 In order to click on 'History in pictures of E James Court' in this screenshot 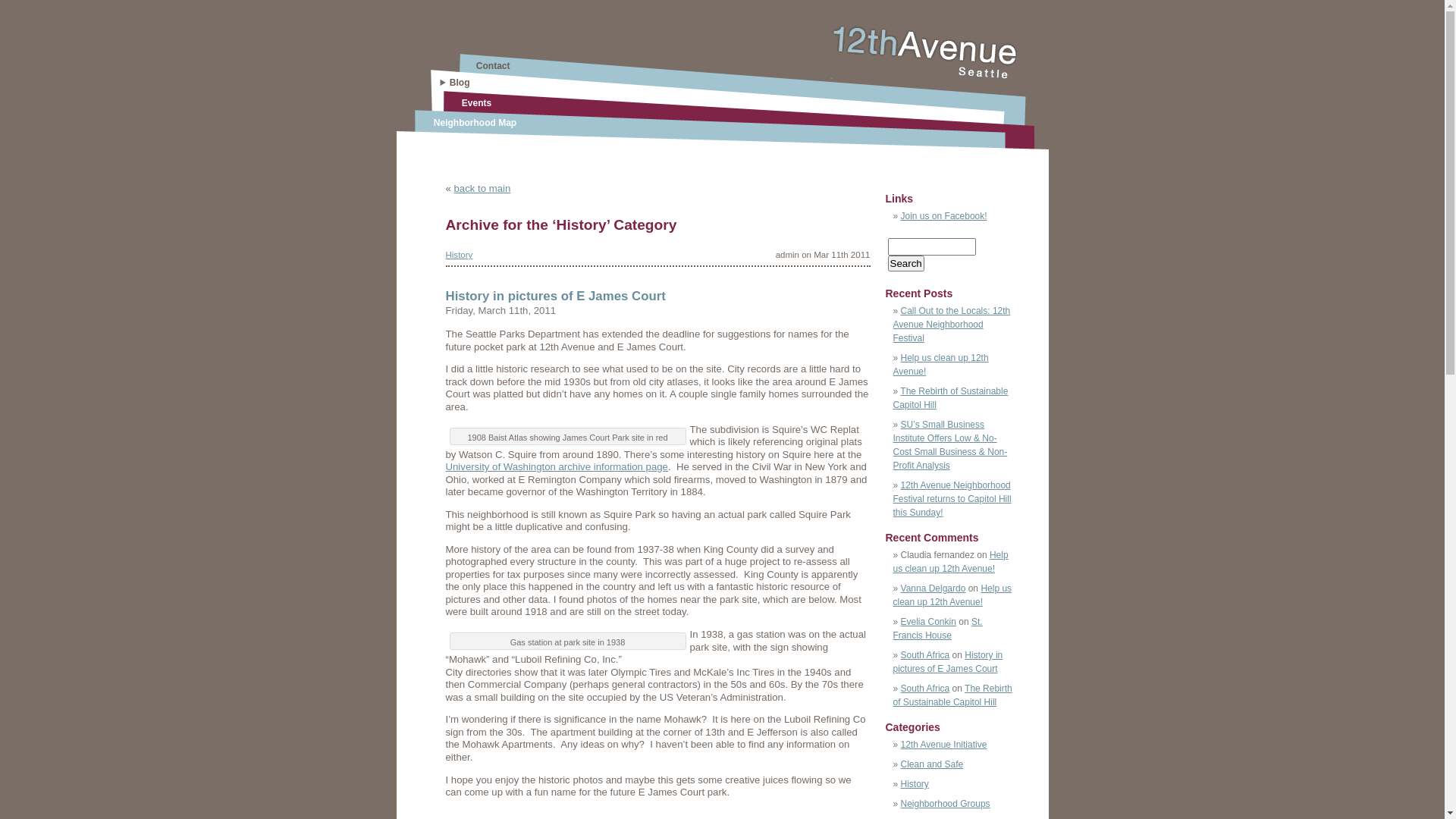, I will do `click(947, 661)`.